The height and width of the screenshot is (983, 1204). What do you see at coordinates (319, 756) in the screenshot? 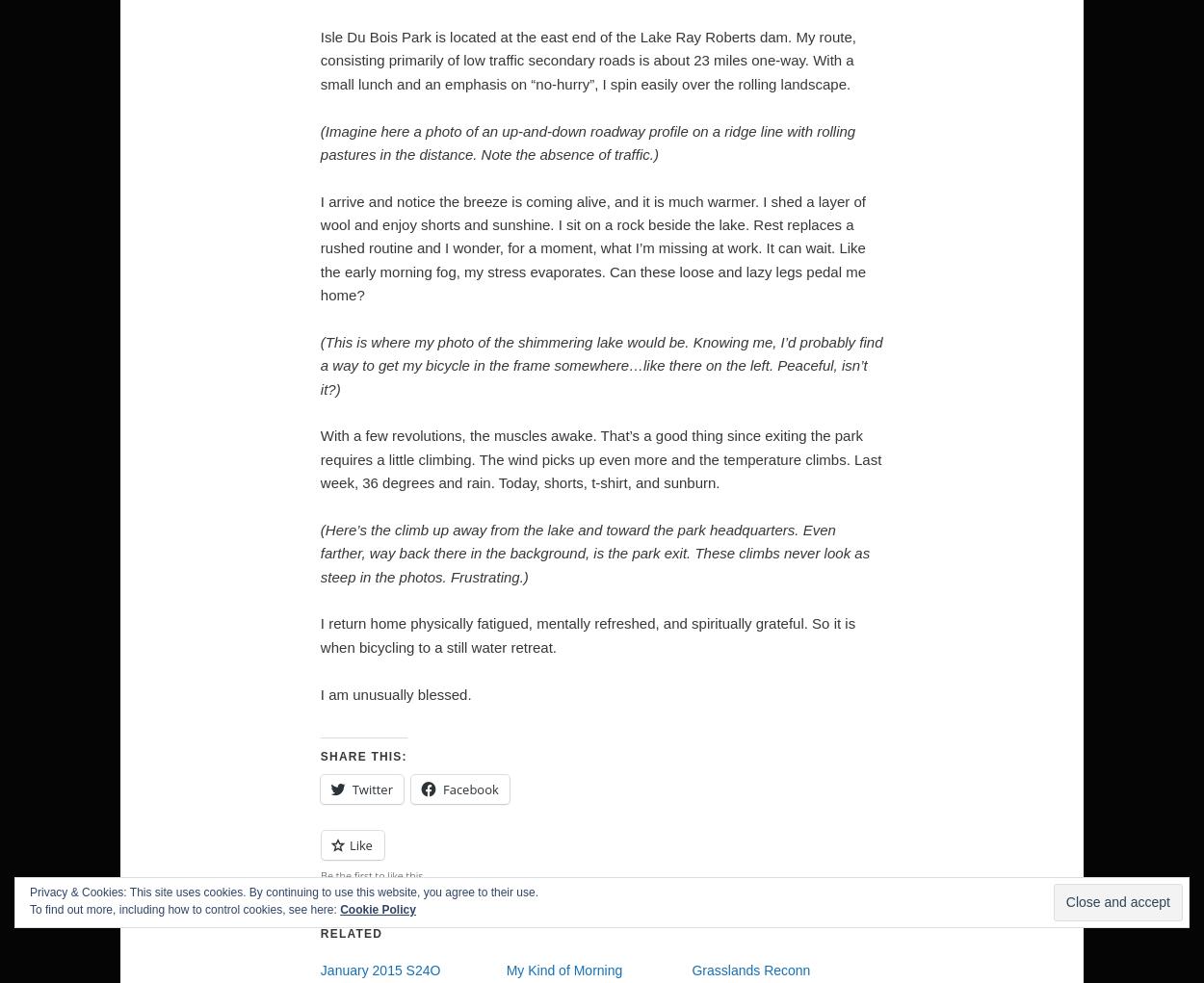
I see `'Share this:'` at bounding box center [319, 756].